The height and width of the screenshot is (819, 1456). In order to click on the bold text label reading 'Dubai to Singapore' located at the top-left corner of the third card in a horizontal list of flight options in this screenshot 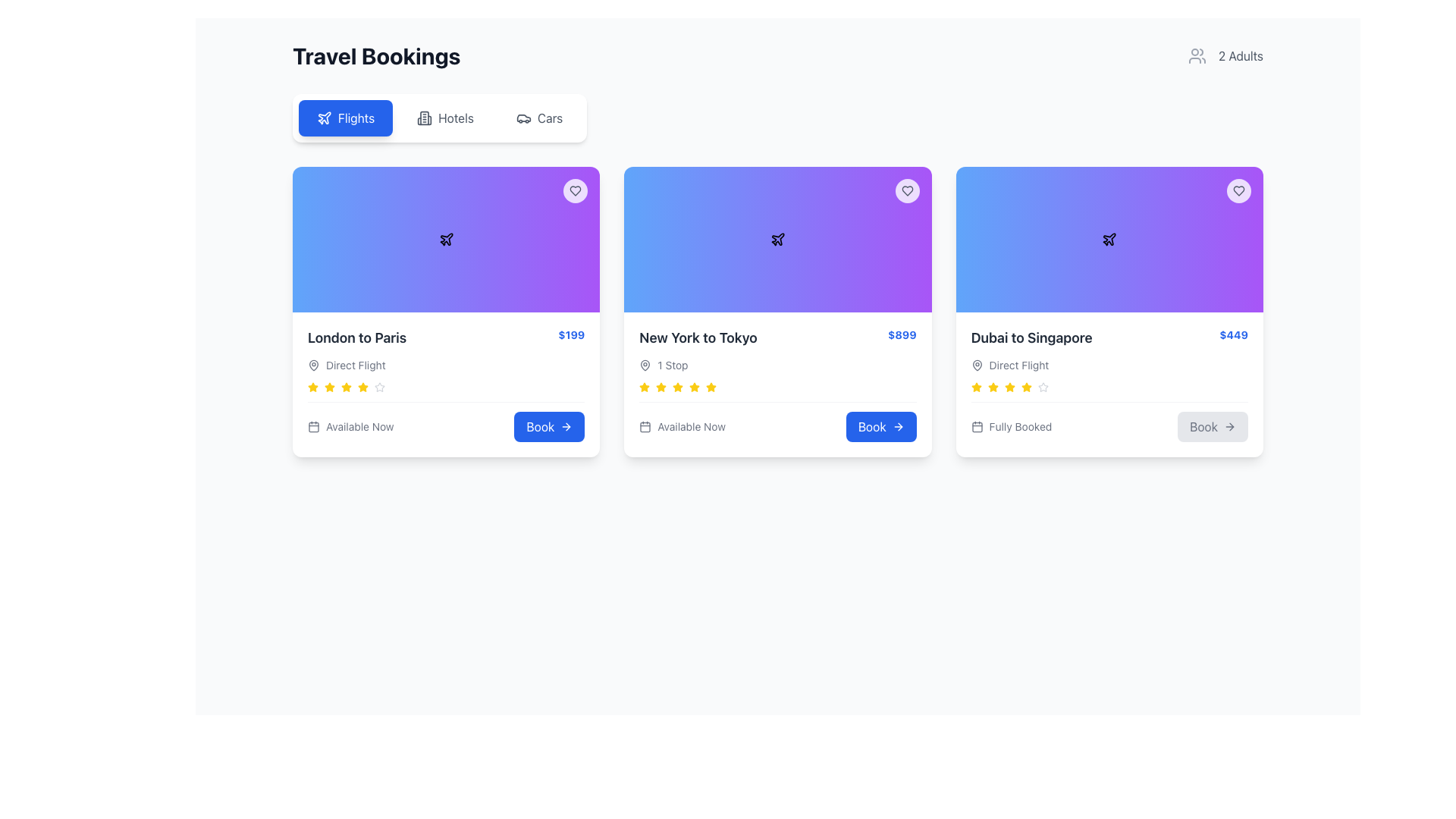, I will do `click(1031, 337)`.